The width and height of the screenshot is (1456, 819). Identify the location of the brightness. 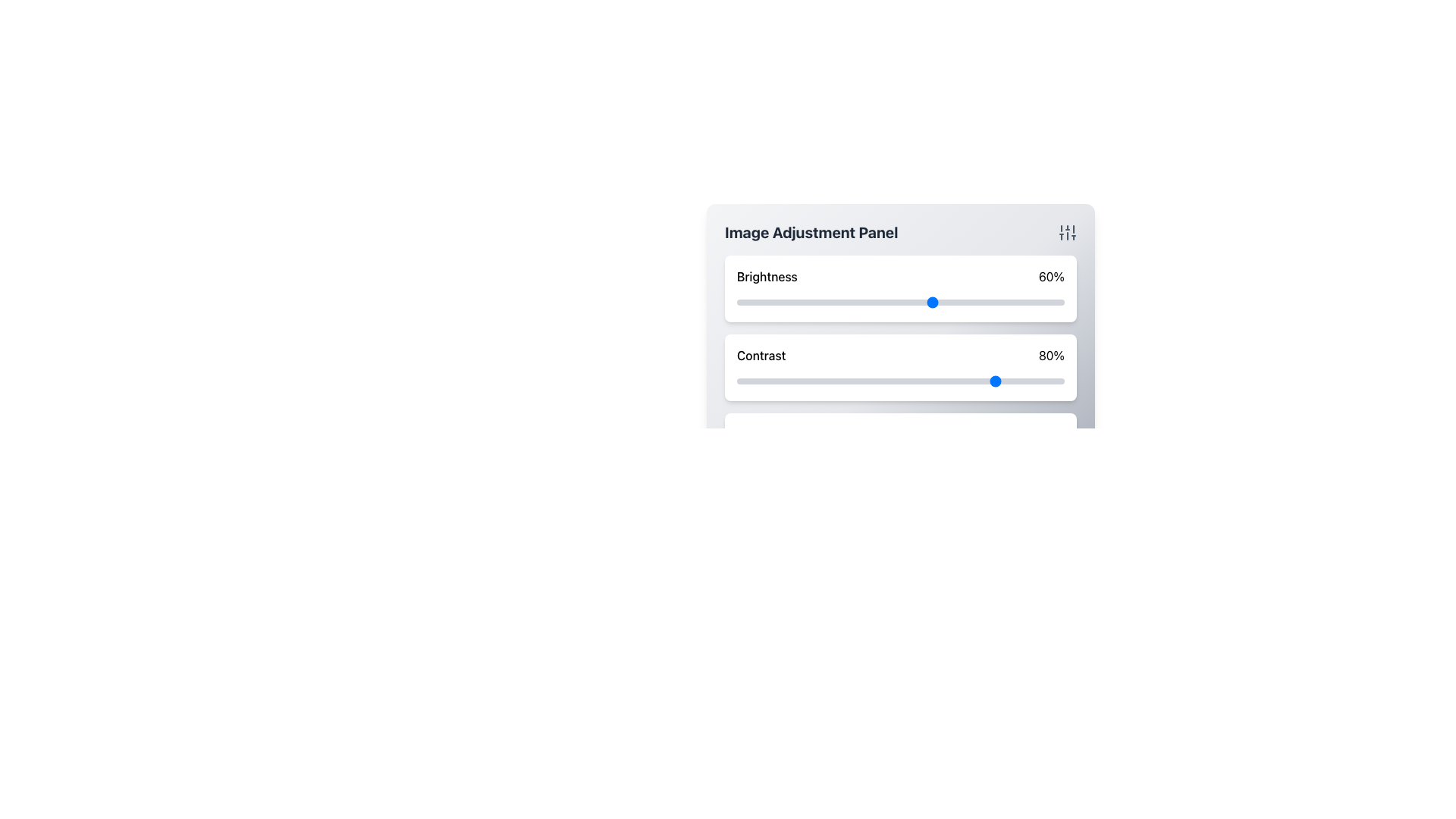
(746, 302).